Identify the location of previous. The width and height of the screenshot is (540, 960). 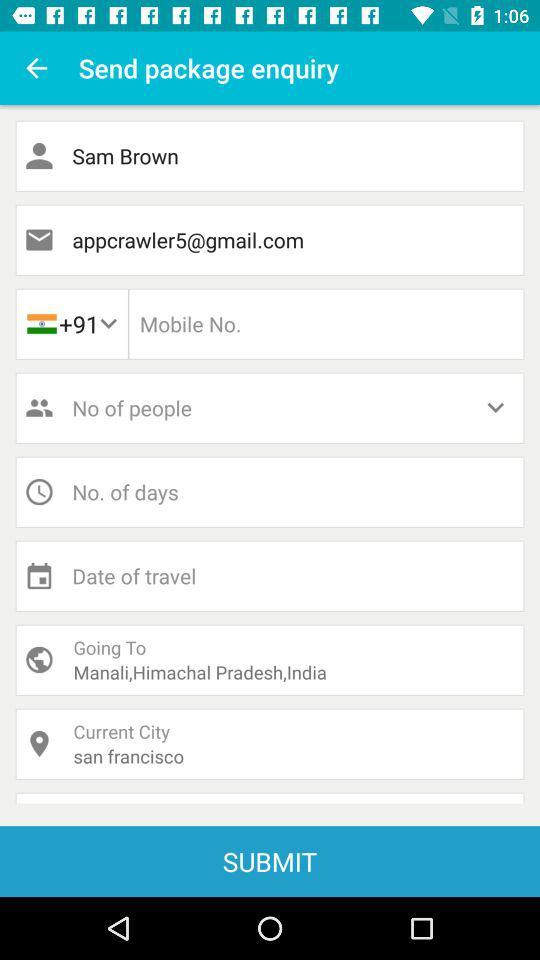
(36, 68).